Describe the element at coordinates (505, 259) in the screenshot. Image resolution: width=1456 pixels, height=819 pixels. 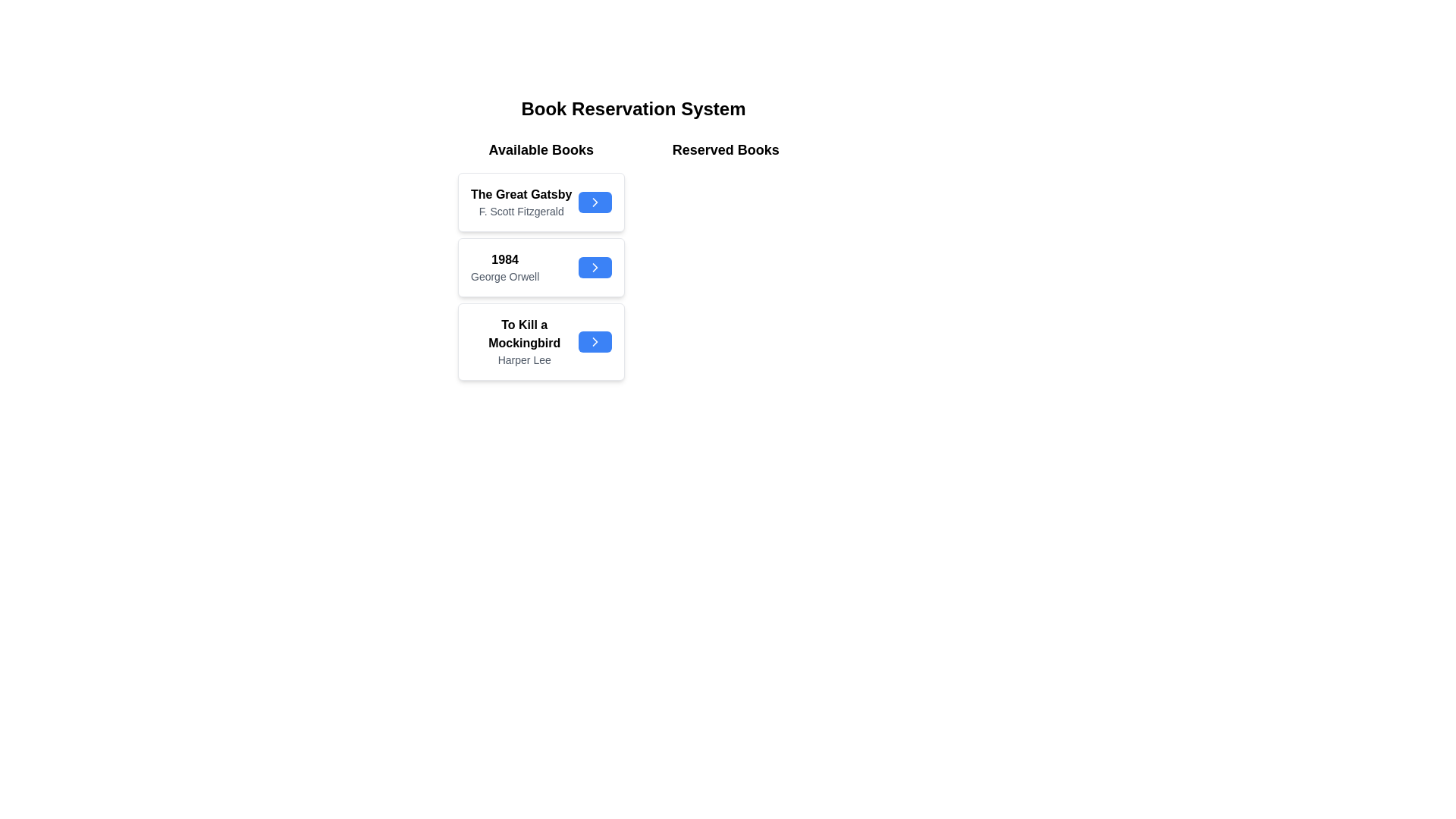
I see `bold text element displaying '1984' located within the card-style layout under the header 'Available Books'` at that location.